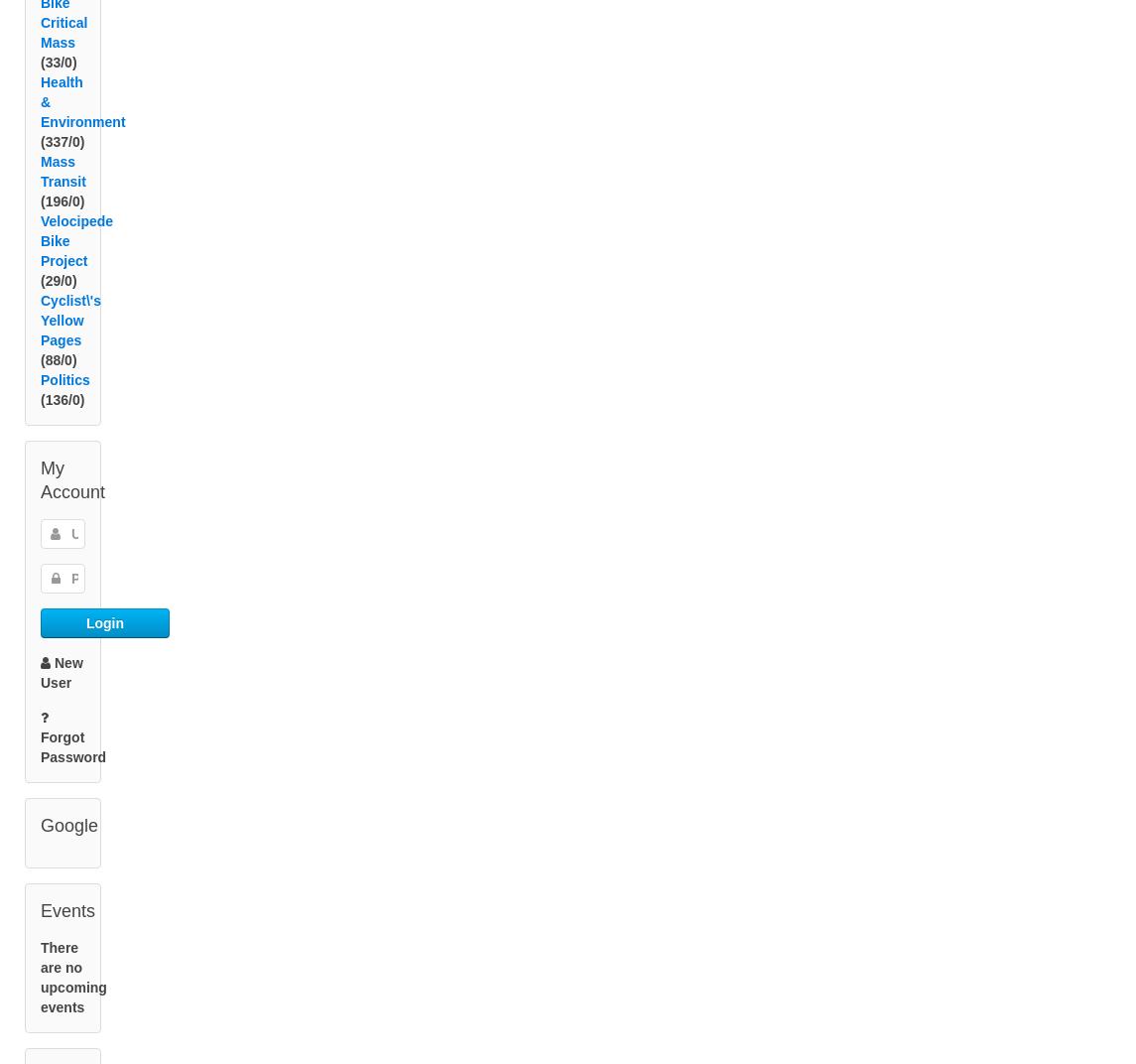 The image size is (1136, 1064). I want to click on 'Google', so click(68, 848).